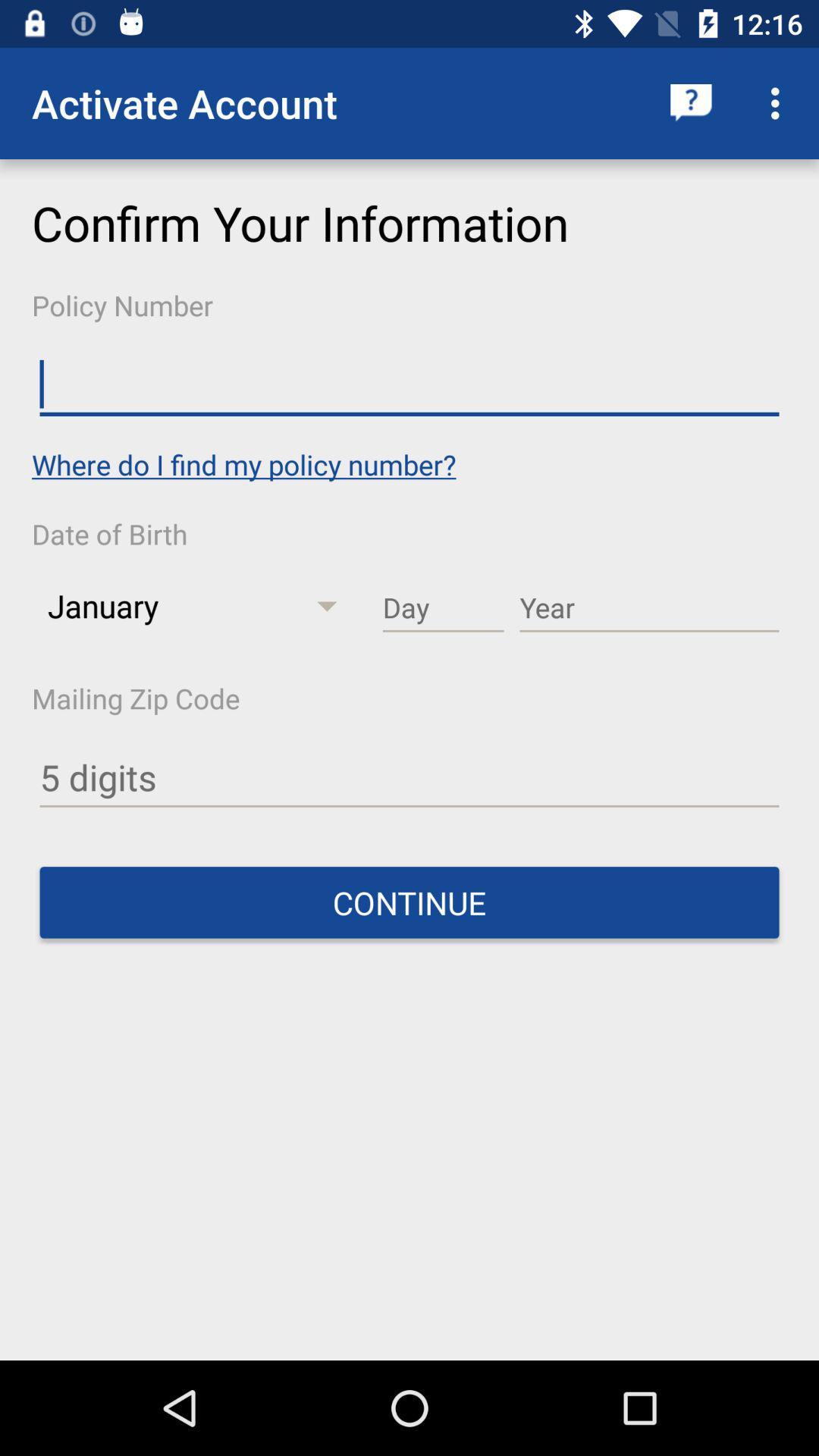  What do you see at coordinates (648, 608) in the screenshot?
I see `year of the birth` at bounding box center [648, 608].